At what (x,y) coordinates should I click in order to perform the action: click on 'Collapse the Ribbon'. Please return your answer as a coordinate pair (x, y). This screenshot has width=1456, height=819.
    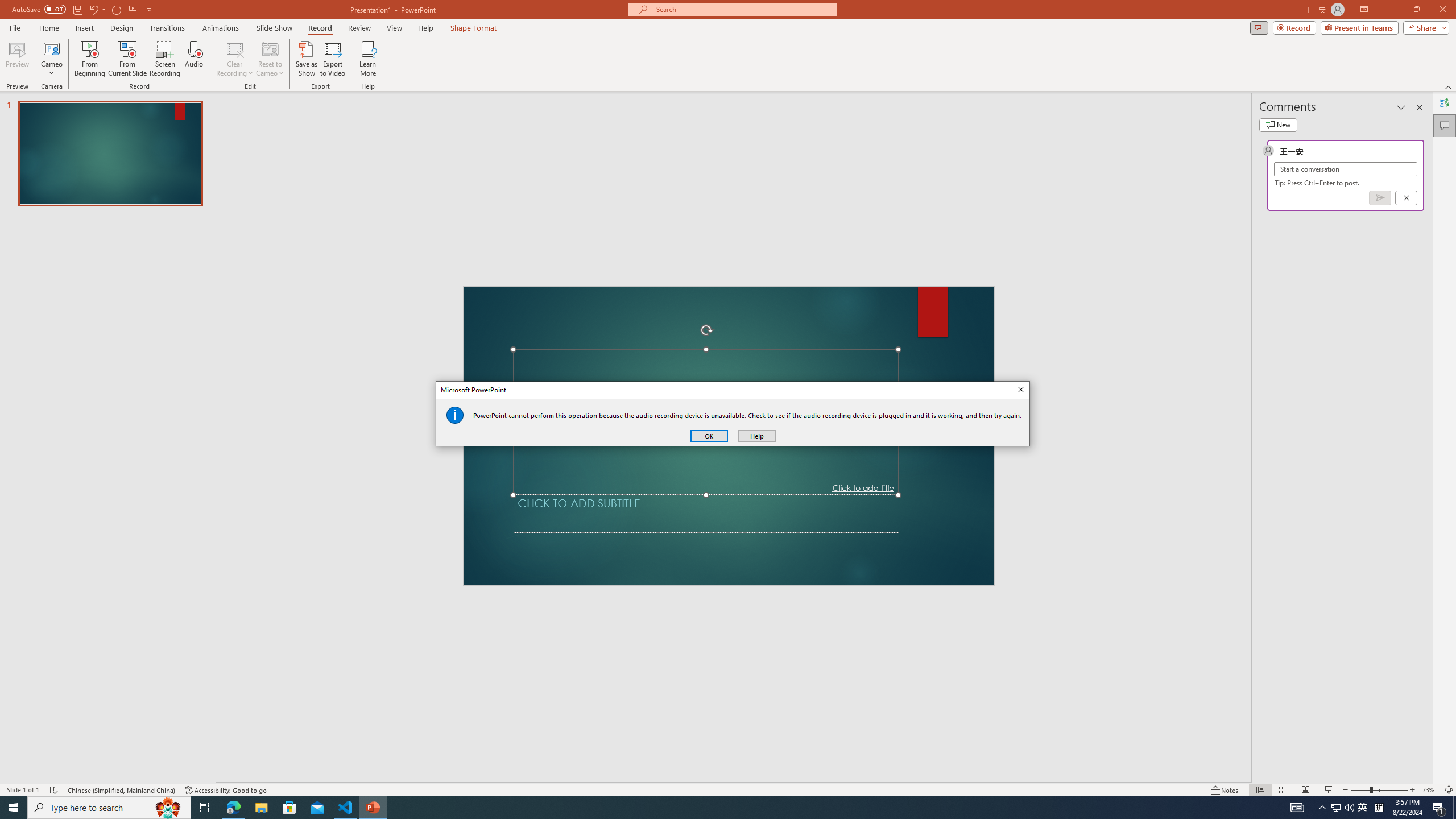
    Looking at the image, I should click on (1449, 87).